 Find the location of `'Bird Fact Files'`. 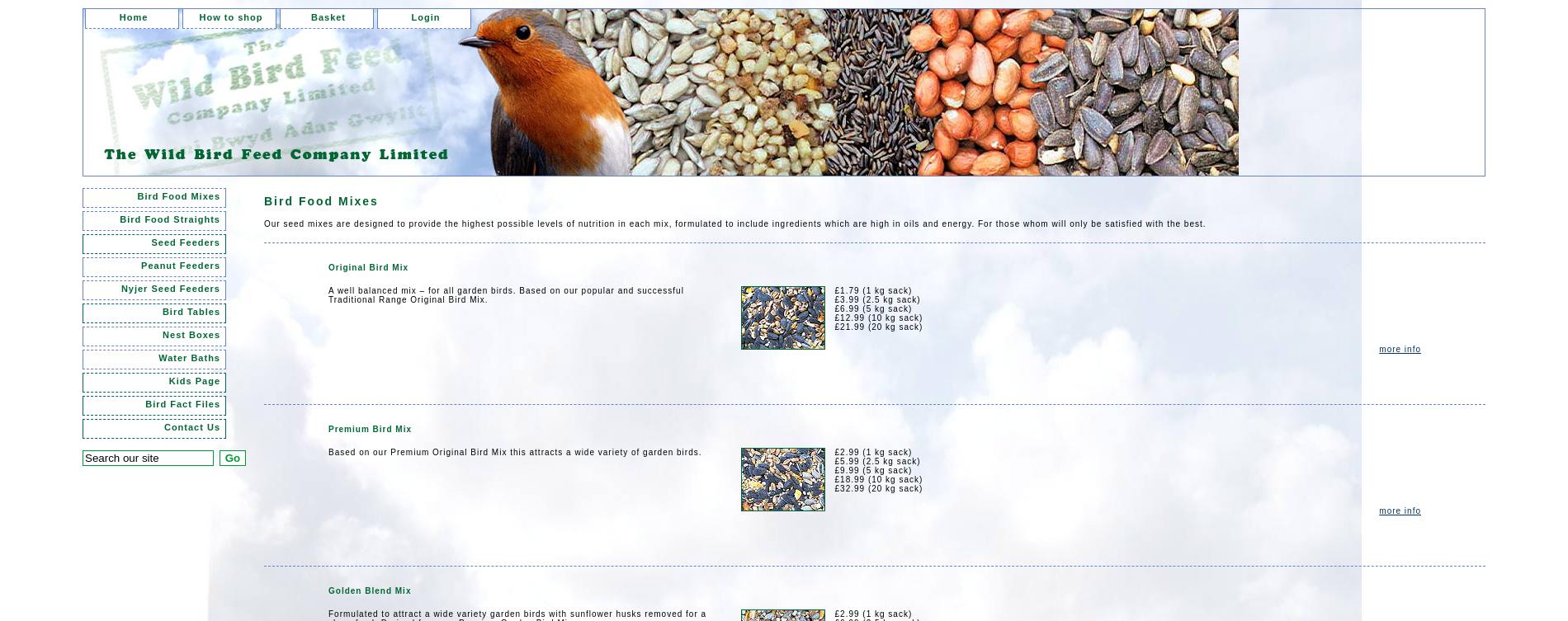

'Bird Fact Files' is located at coordinates (182, 402).